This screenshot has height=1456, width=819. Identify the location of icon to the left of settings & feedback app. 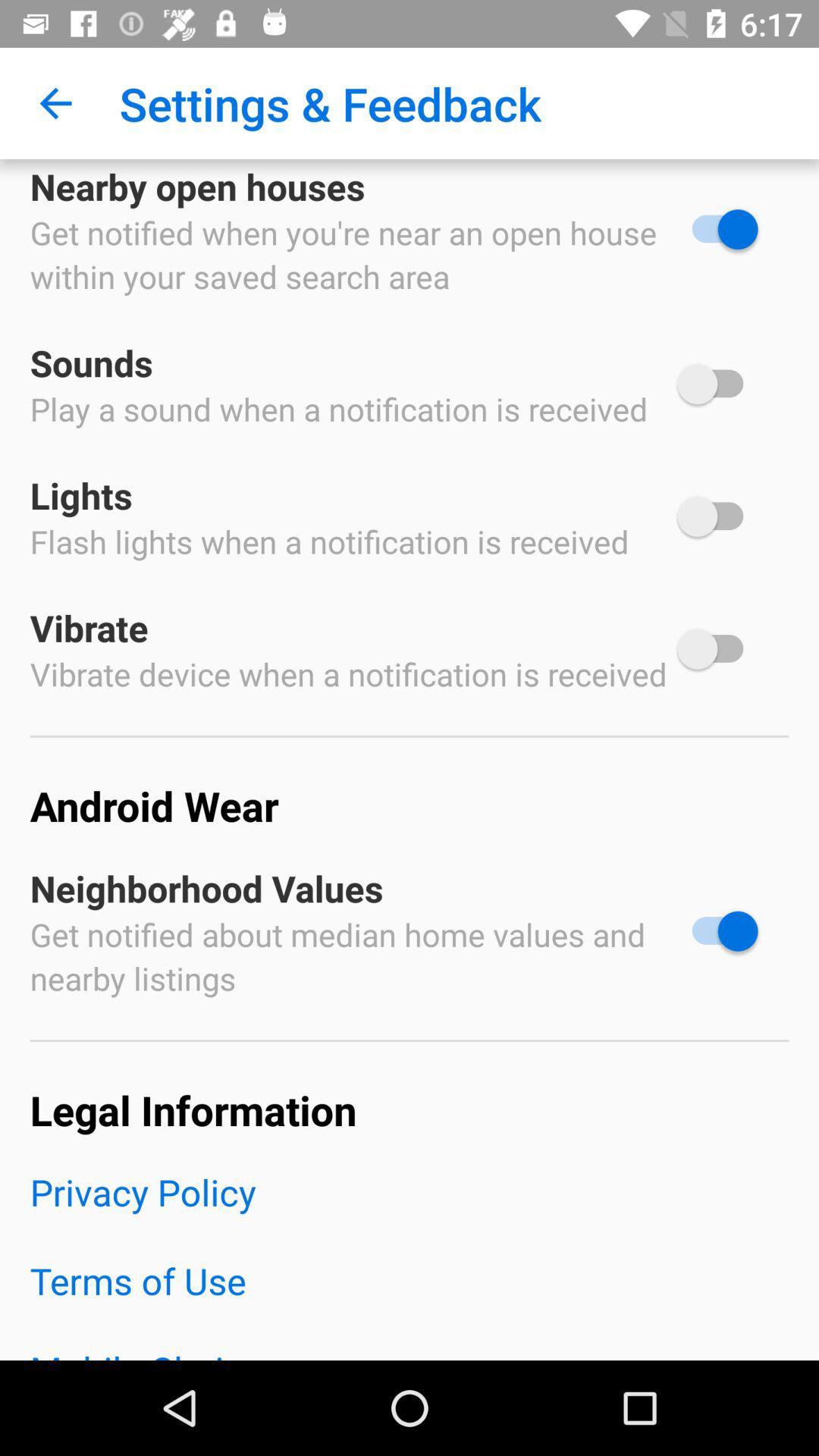
(55, 102).